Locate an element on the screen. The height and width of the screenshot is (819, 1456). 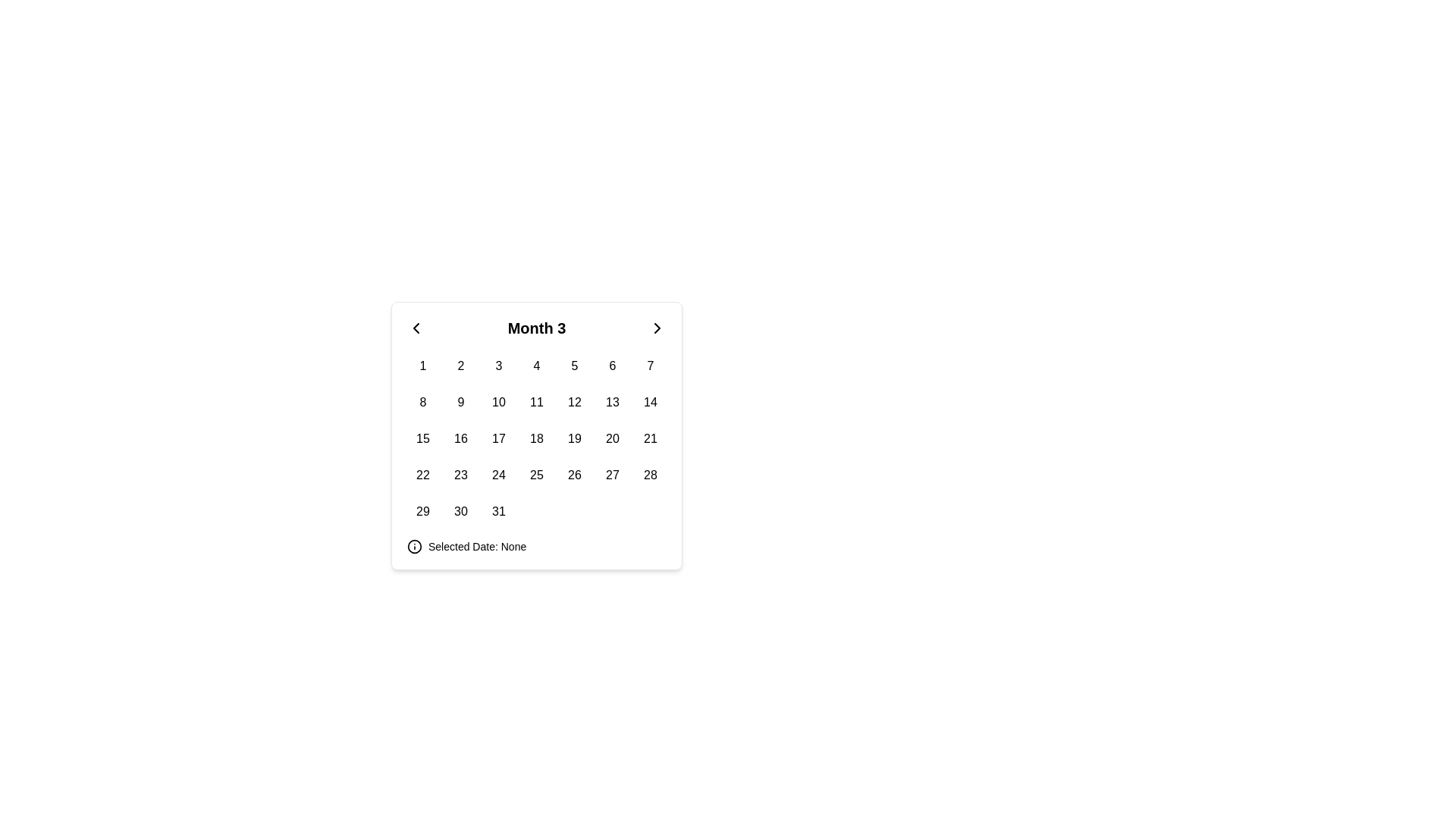
the button representing the 17th day in the calendar grid is located at coordinates (498, 438).